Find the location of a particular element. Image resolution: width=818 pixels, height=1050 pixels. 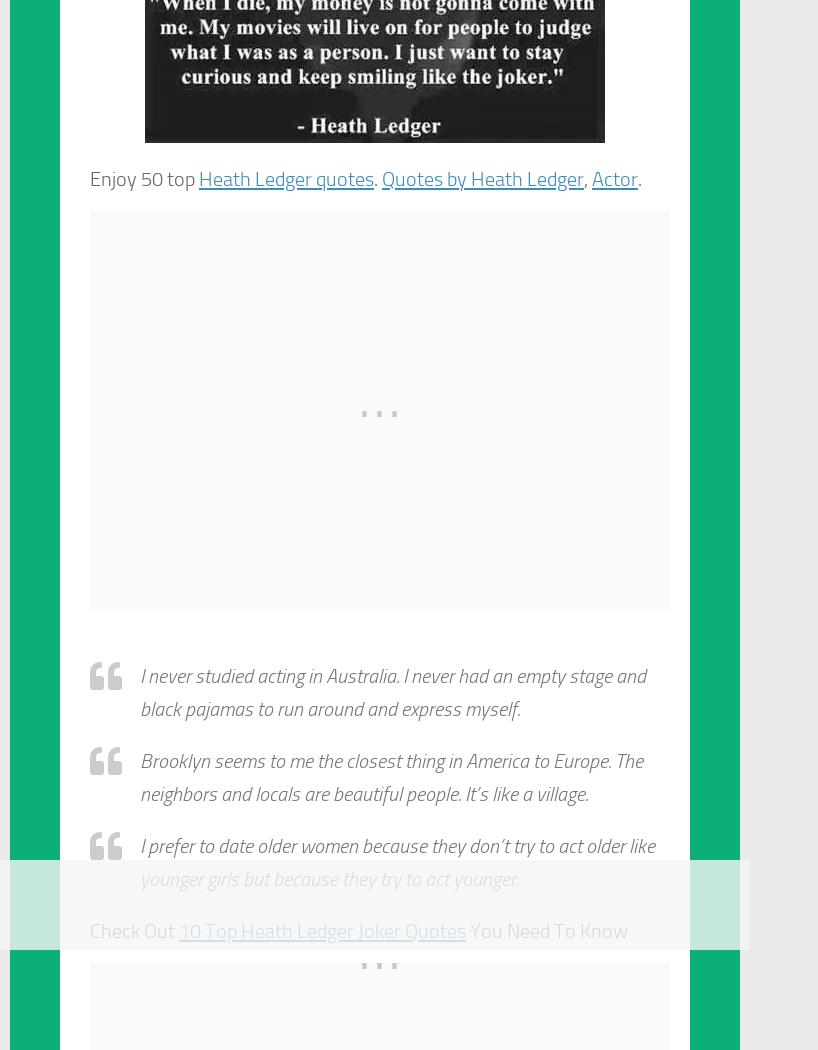

',' is located at coordinates (586, 179).